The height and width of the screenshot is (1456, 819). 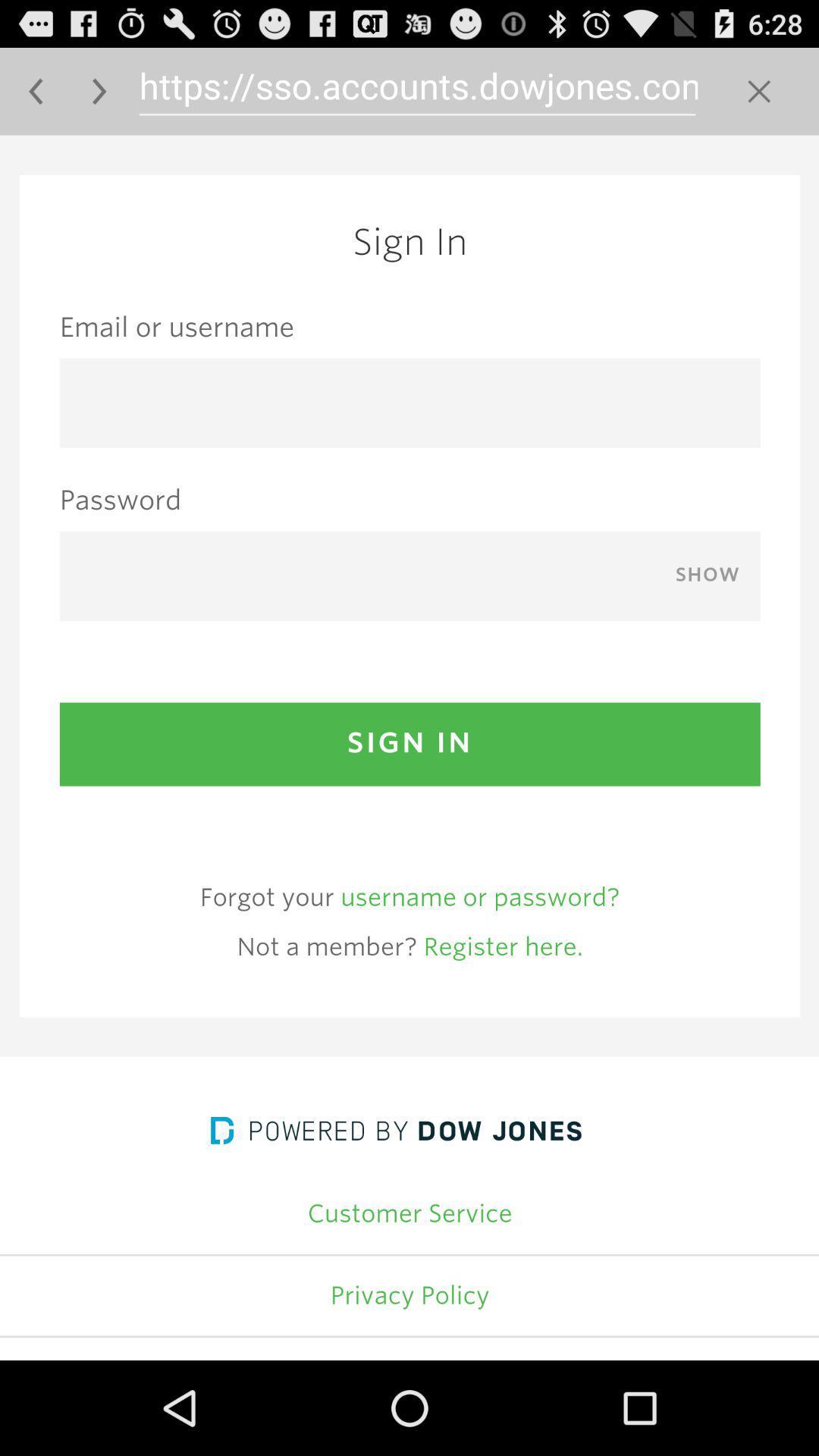 I want to click on description, so click(x=409, y=748).